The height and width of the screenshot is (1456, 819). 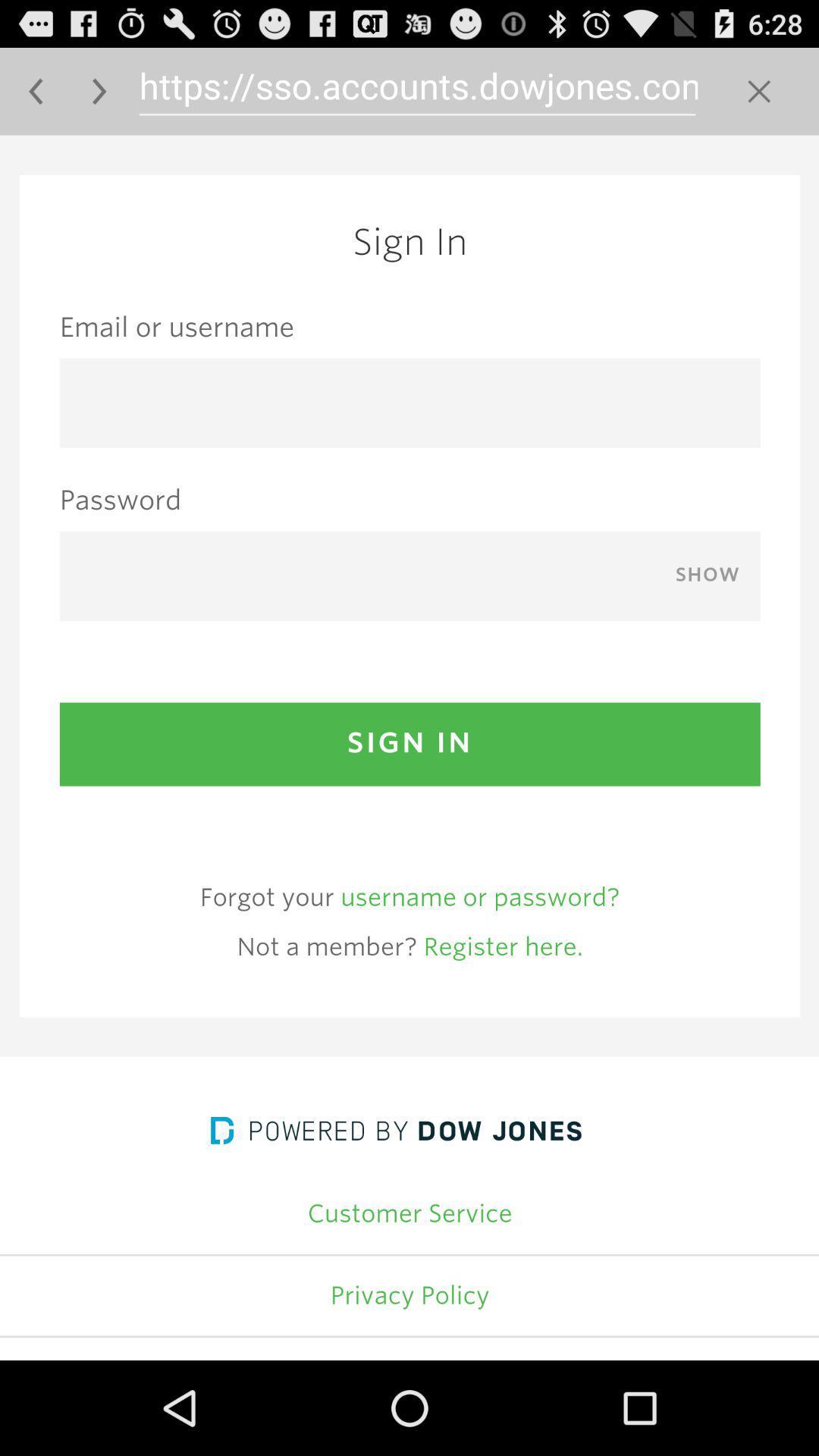 I want to click on description, so click(x=409, y=748).